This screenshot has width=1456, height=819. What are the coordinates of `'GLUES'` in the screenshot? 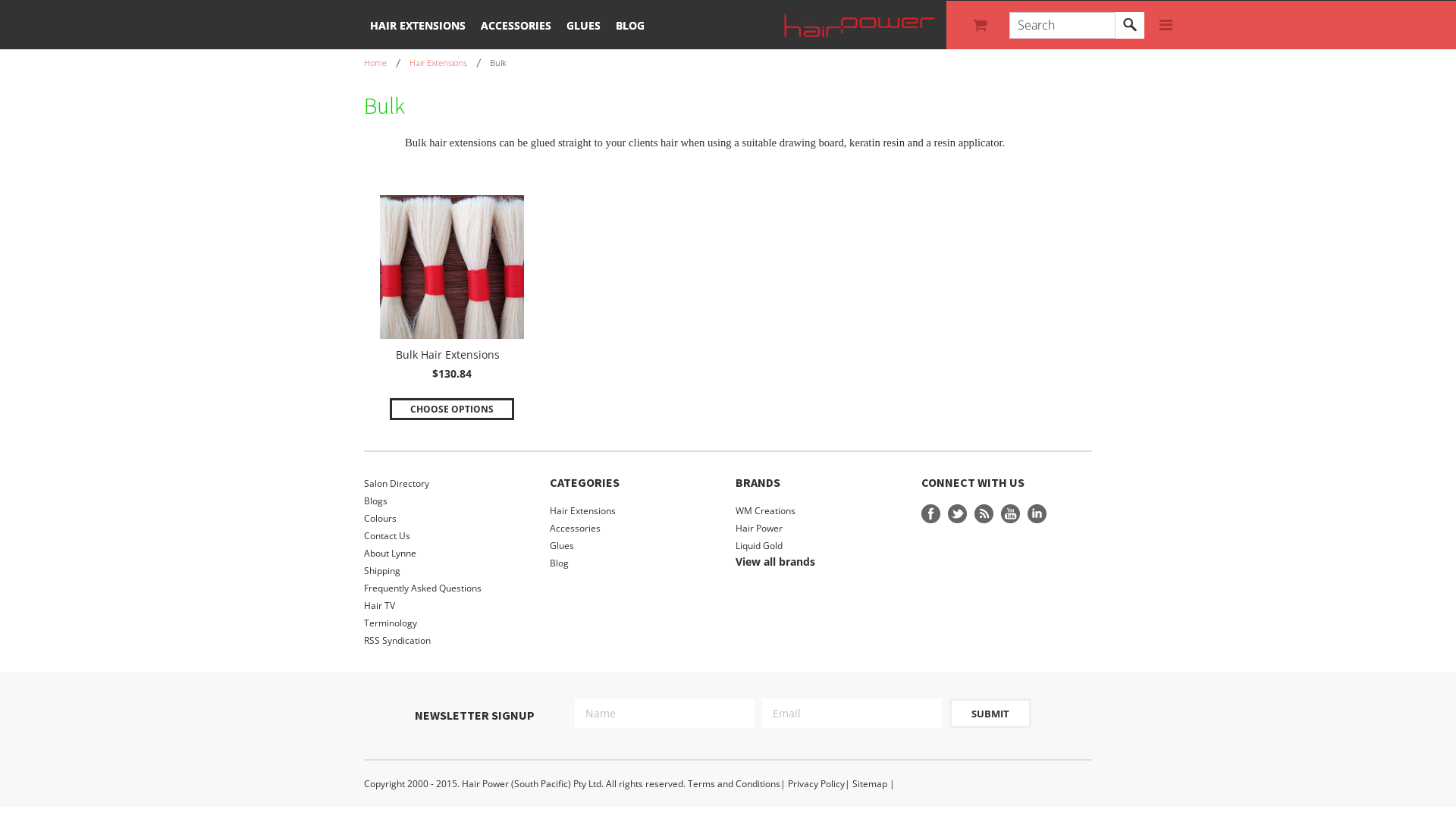 It's located at (582, 24).